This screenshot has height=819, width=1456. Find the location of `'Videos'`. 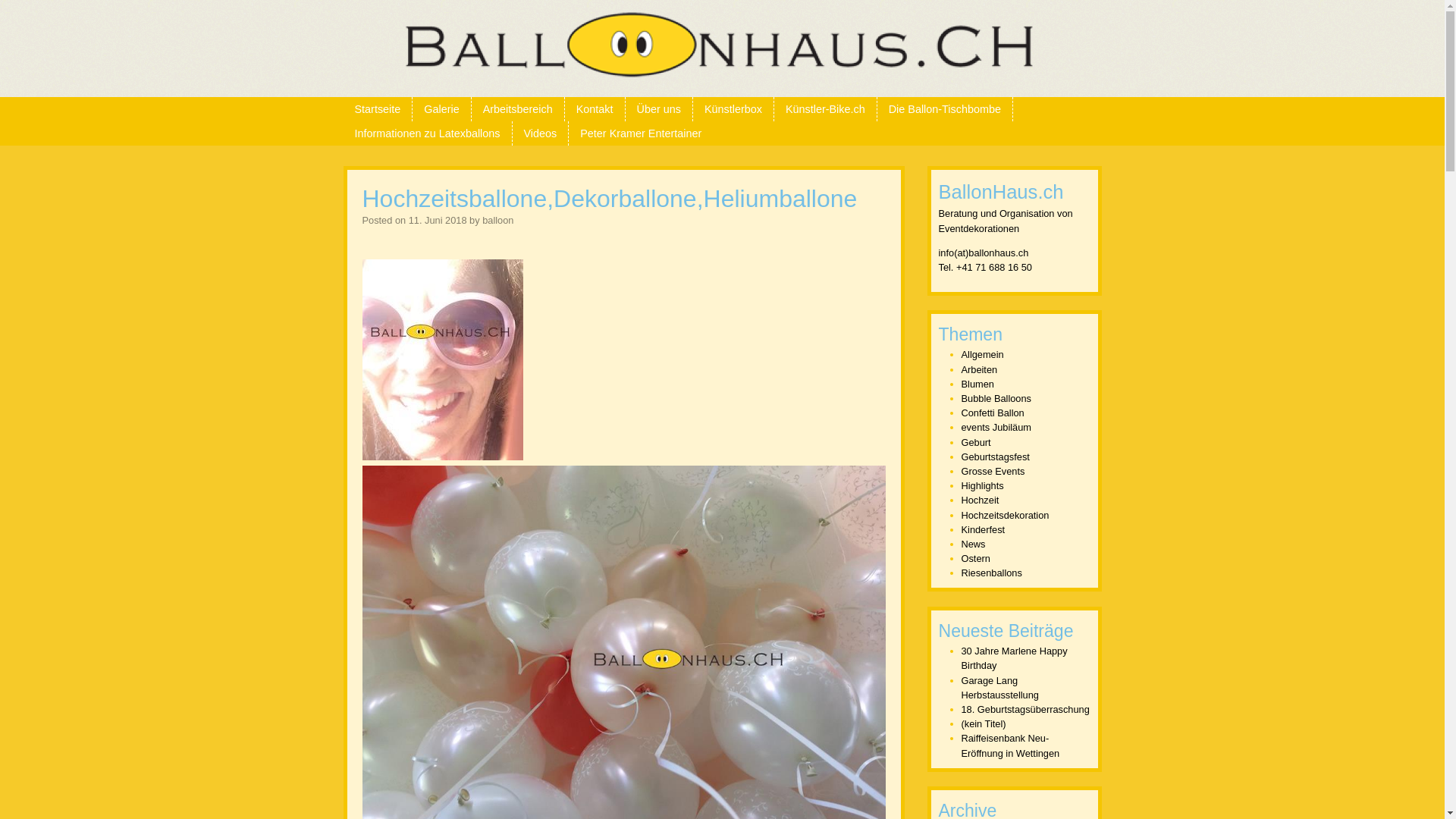

'Videos' is located at coordinates (513, 133).